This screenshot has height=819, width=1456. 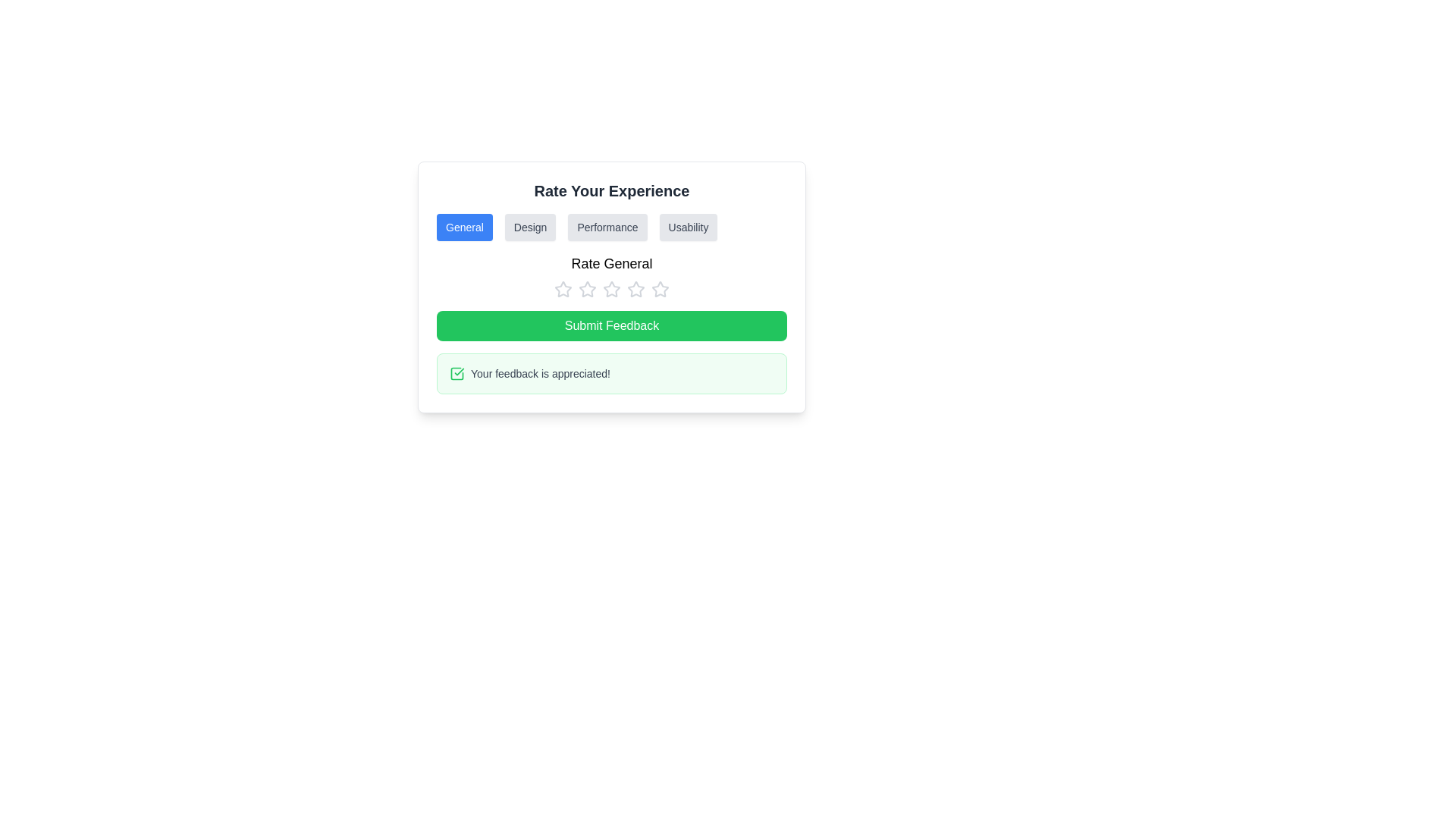 What do you see at coordinates (530, 227) in the screenshot?
I see `the 'Design' button, which has a gray background and is the second button in a horizontal group of four buttons` at bounding box center [530, 227].